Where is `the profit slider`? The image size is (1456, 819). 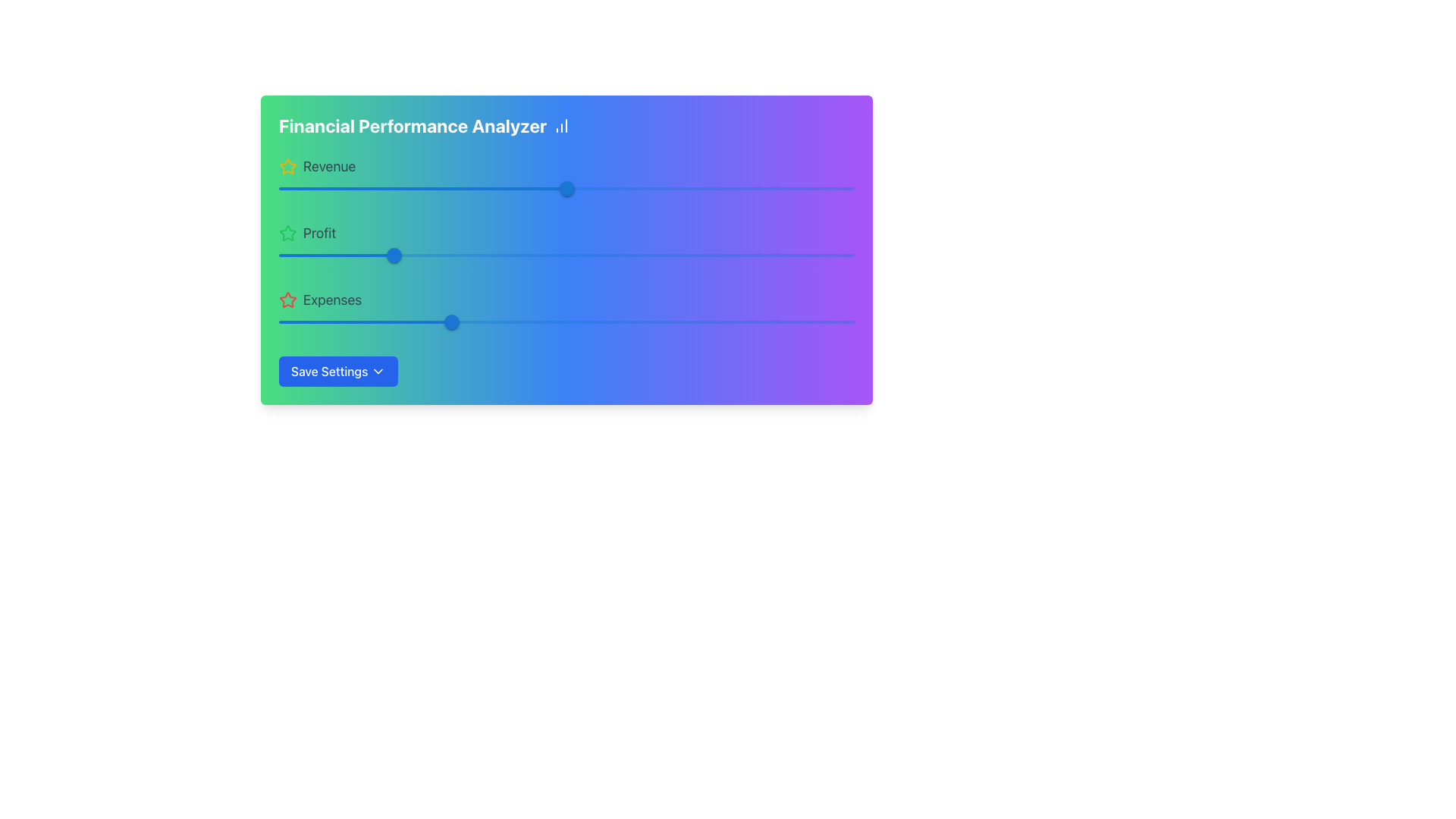 the profit slider is located at coordinates (683, 254).